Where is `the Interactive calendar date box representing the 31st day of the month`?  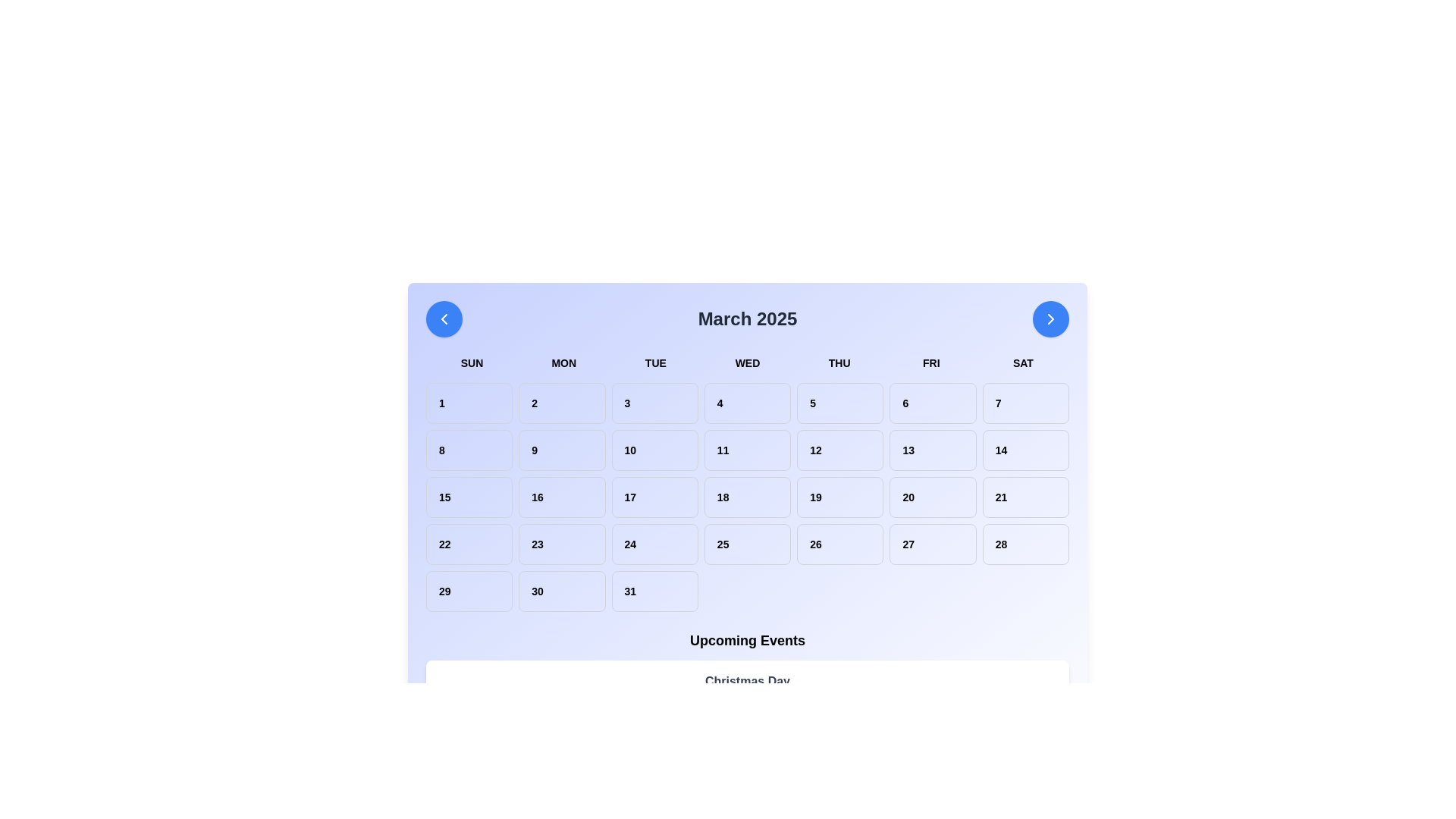
the Interactive calendar date box representing the 31st day of the month is located at coordinates (654, 590).